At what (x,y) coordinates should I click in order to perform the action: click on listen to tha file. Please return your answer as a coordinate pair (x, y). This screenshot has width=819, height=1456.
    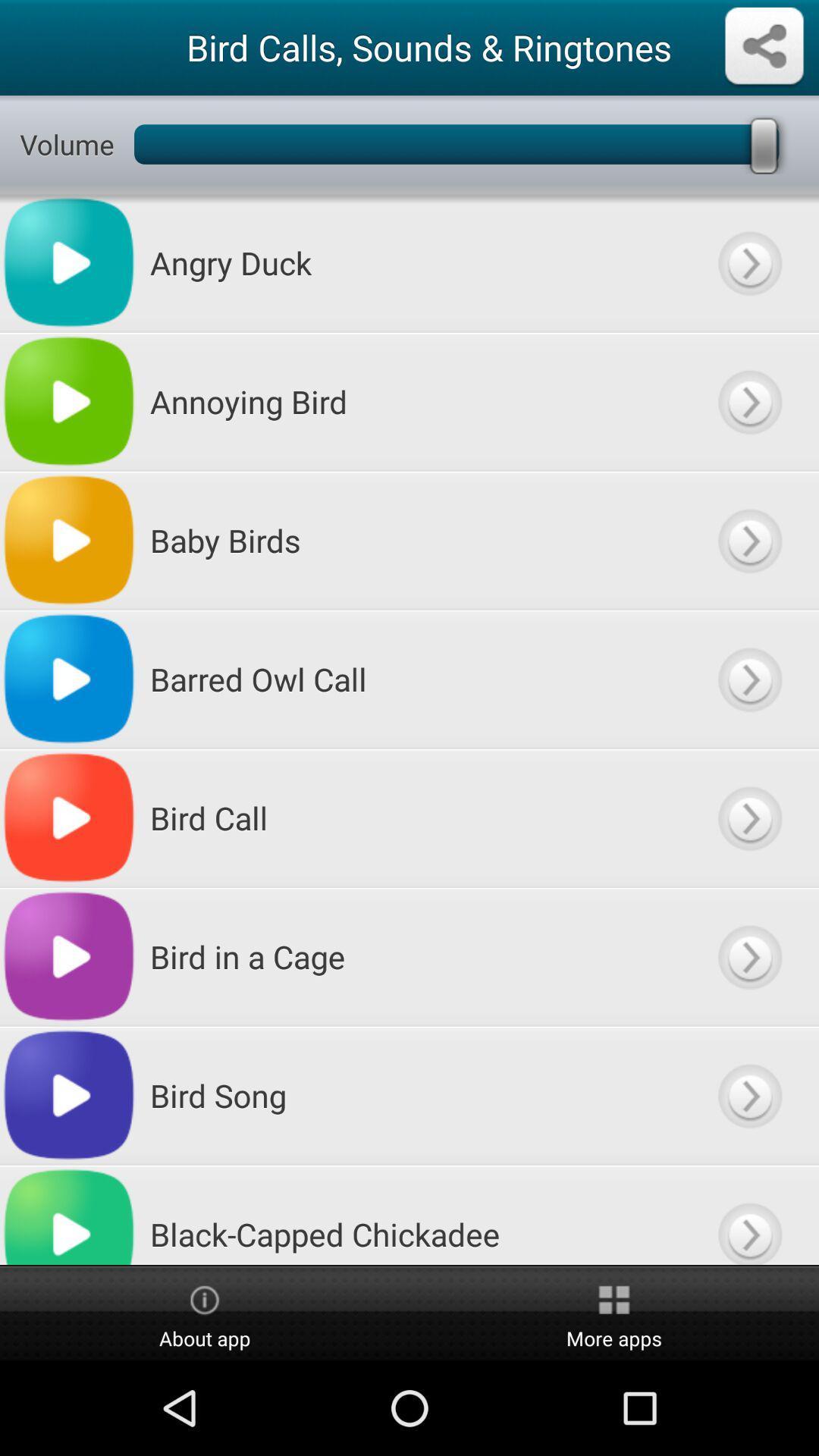
    Looking at the image, I should click on (748, 678).